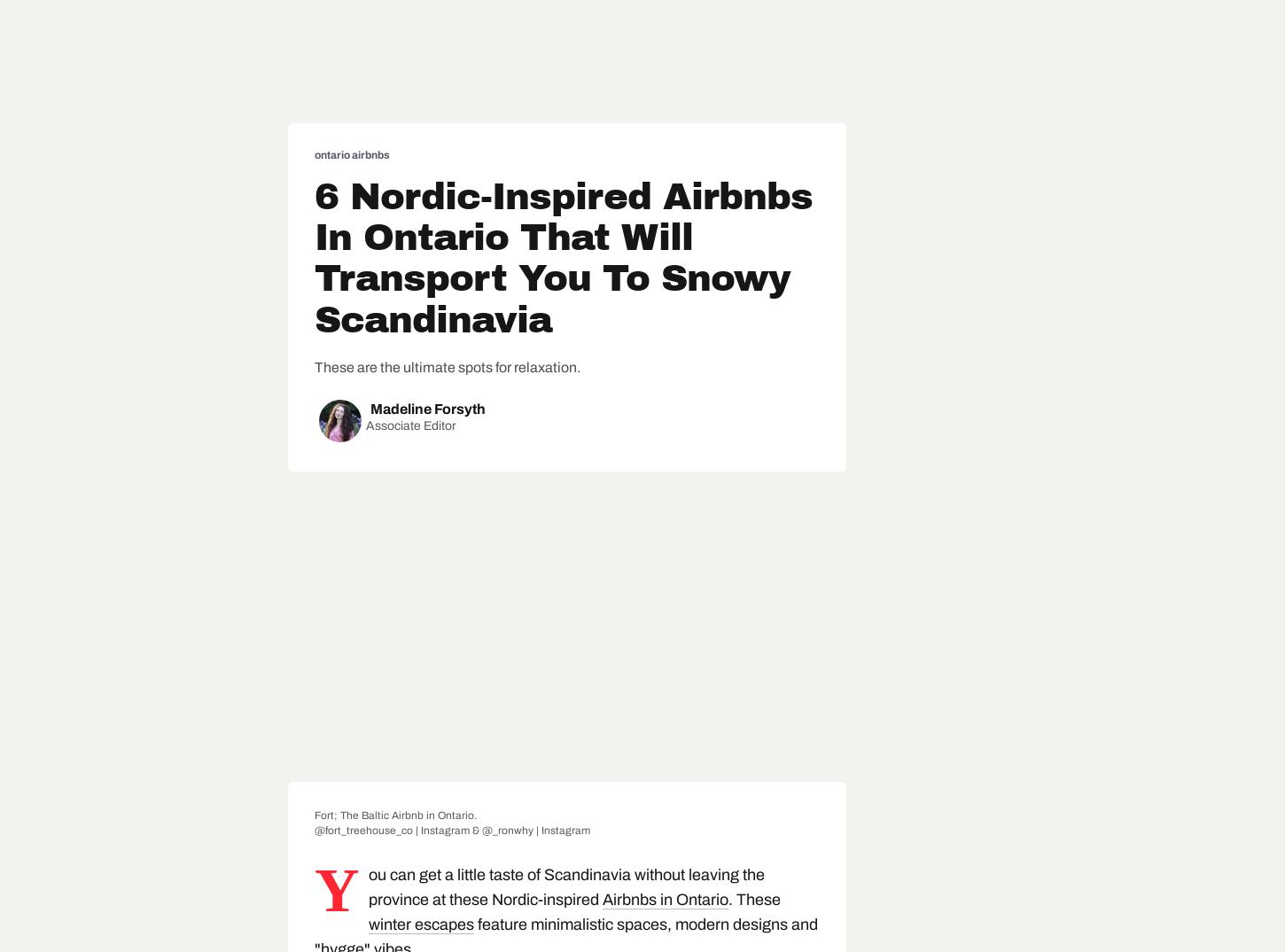 This screenshot has width=1285, height=952. What do you see at coordinates (419, 924) in the screenshot?
I see `'winter escapes'` at bounding box center [419, 924].